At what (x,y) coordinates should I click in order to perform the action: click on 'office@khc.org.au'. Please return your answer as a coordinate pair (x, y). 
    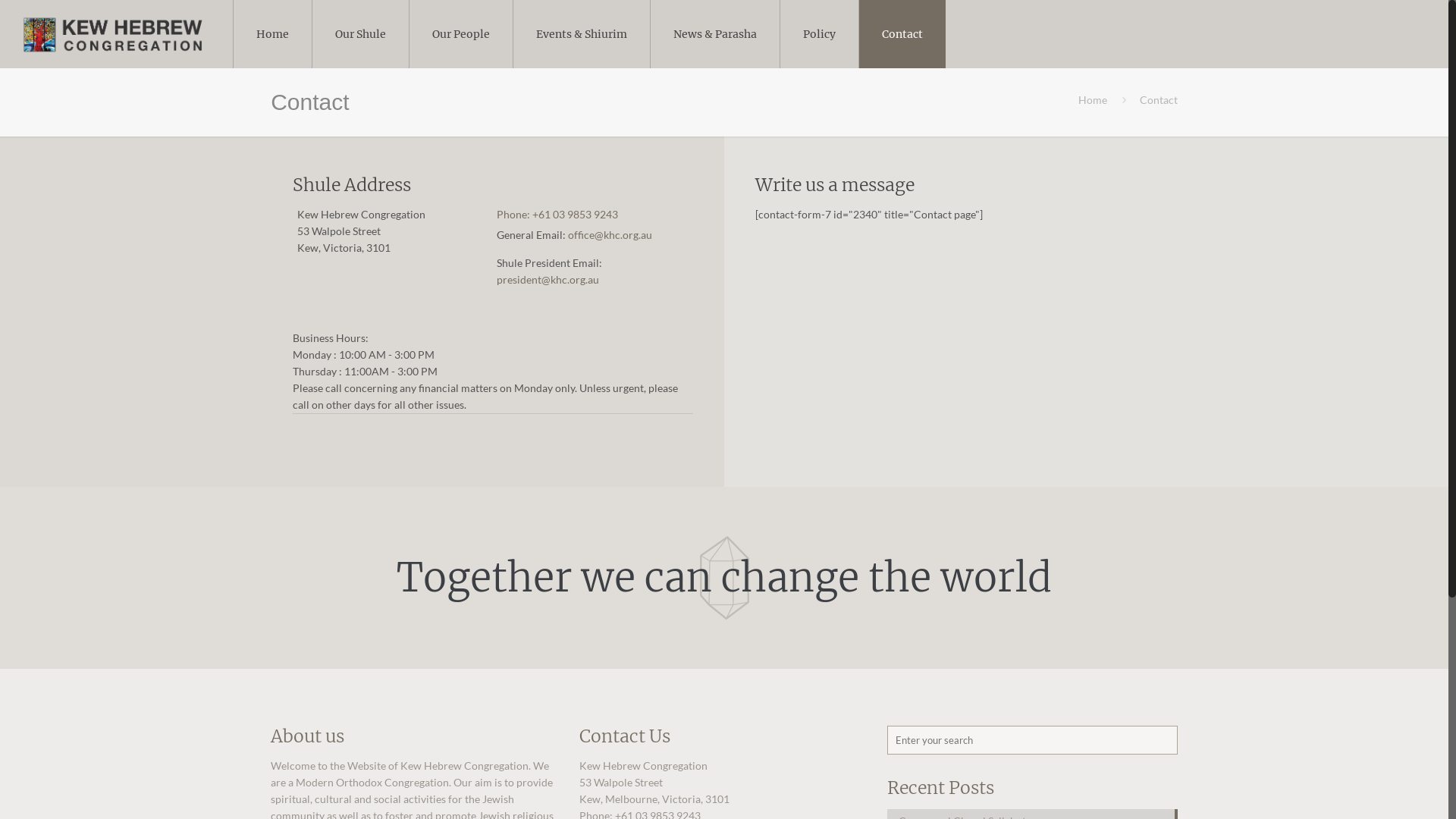
    Looking at the image, I should click on (610, 234).